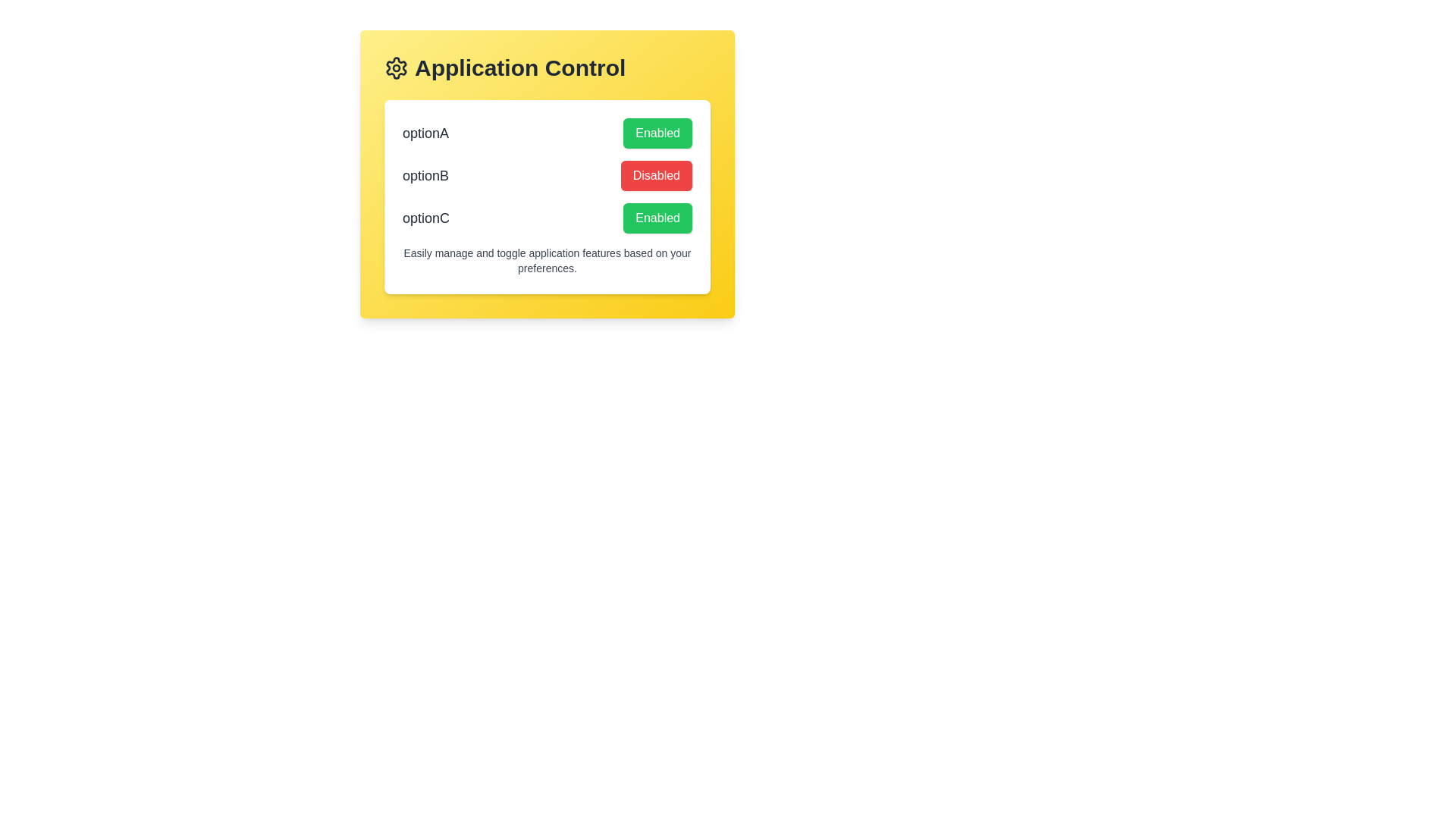 The width and height of the screenshot is (1456, 819). What do you see at coordinates (546, 67) in the screenshot?
I see `the 'Application Control' heading text which features bold, large grayish black text and is accompanied by a settings gear icon, located at the top left of a yellow gradient background` at bounding box center [546, 67].